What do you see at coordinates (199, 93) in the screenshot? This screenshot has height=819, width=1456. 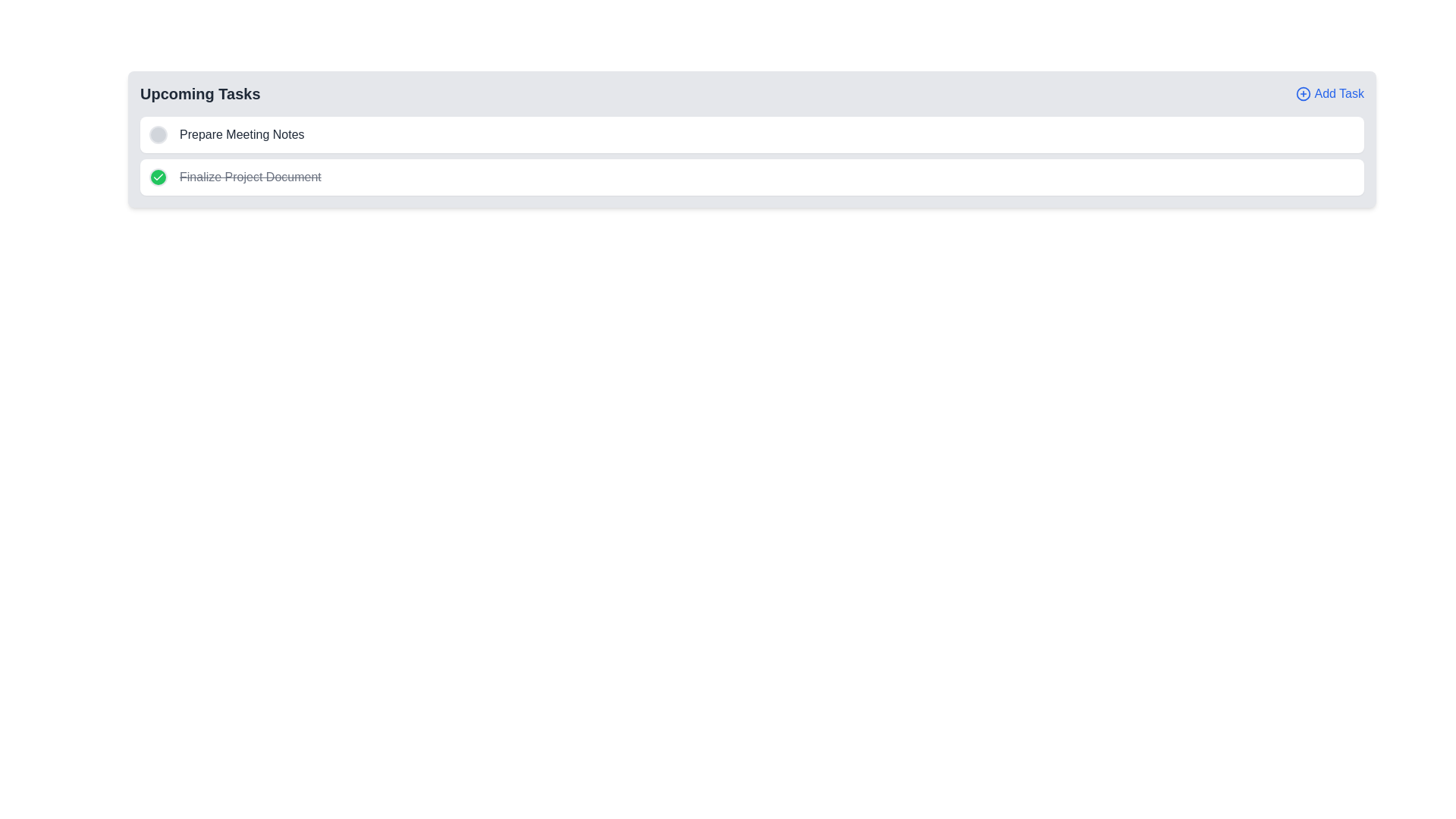 I see `the text 'Upcoming Tasks' for interaction` at bounding box center [199, 93].